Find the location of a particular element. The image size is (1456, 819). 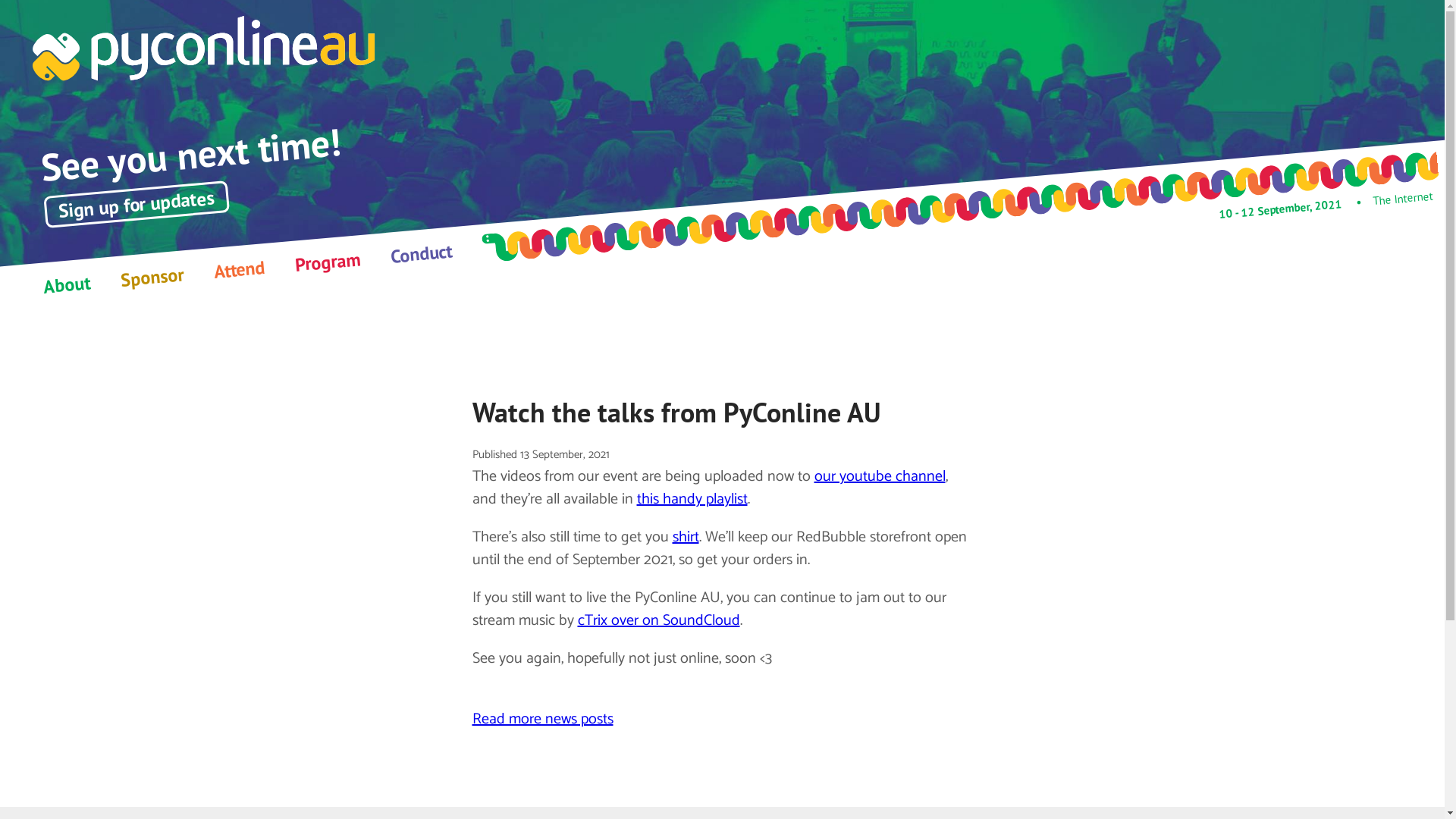

'Attend' is located at coordinates (212, 266).